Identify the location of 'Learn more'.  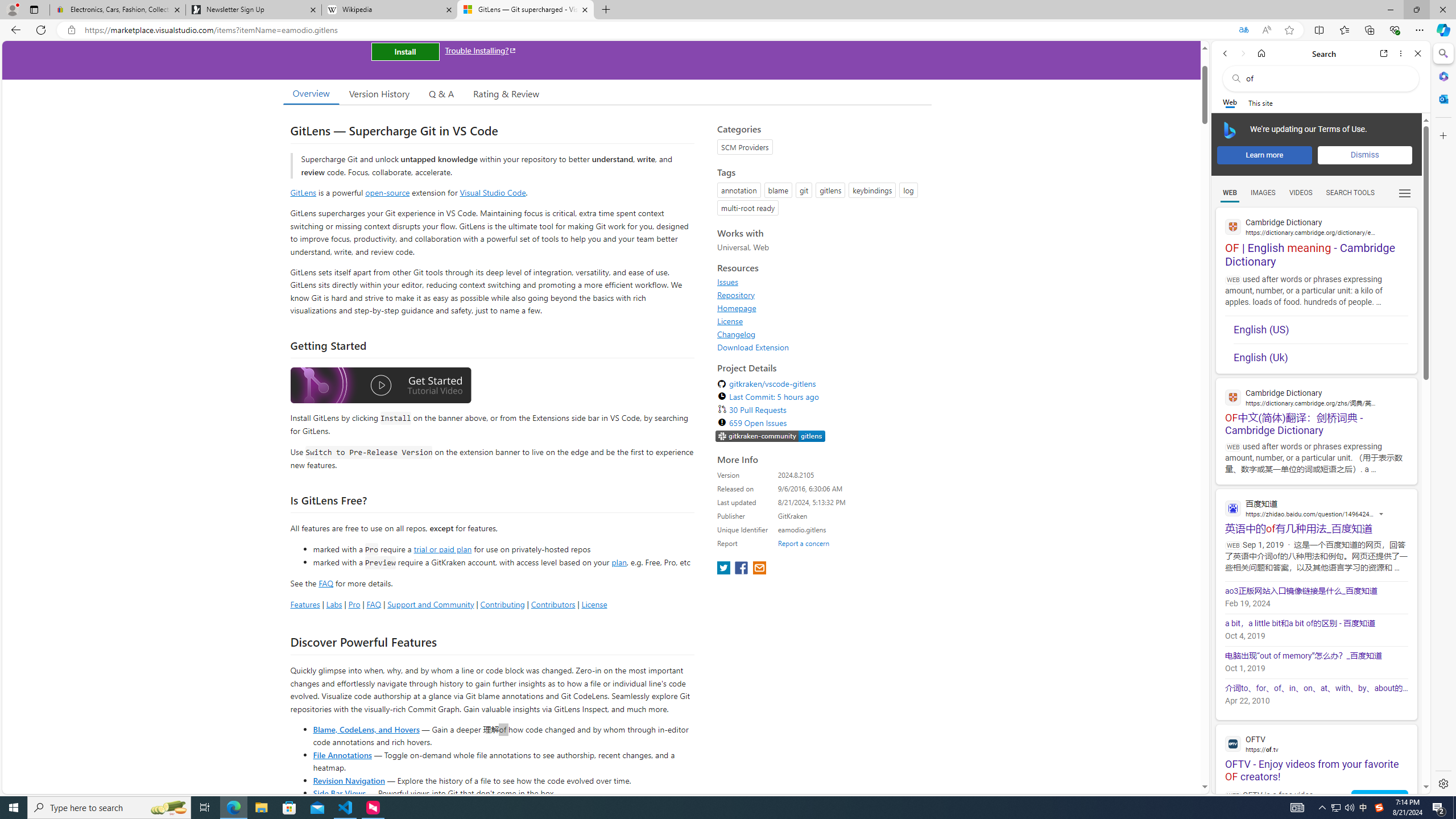
(1264, 154).